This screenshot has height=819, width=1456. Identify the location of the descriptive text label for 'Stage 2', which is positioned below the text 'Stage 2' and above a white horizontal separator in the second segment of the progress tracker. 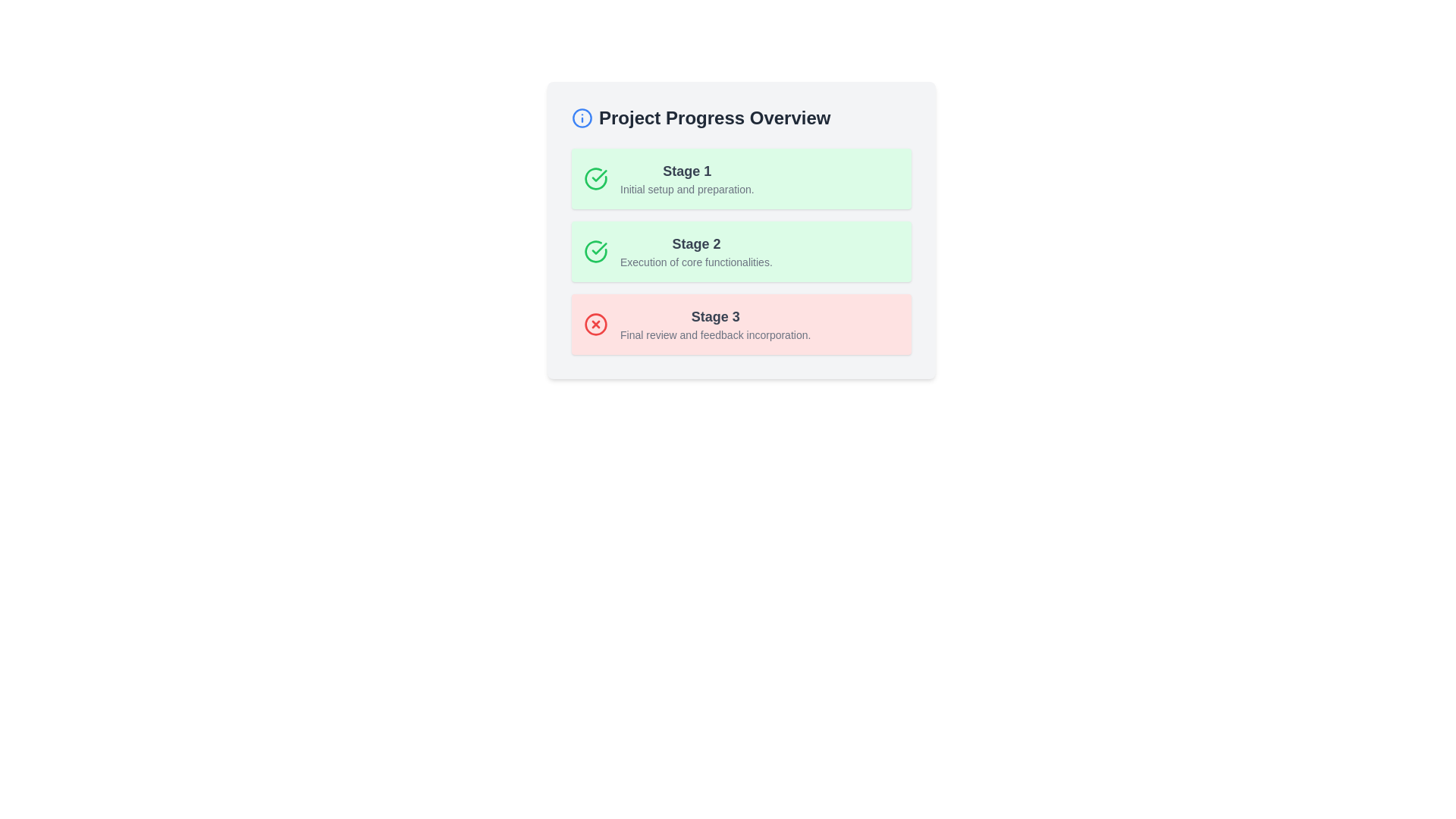
(695, 262).